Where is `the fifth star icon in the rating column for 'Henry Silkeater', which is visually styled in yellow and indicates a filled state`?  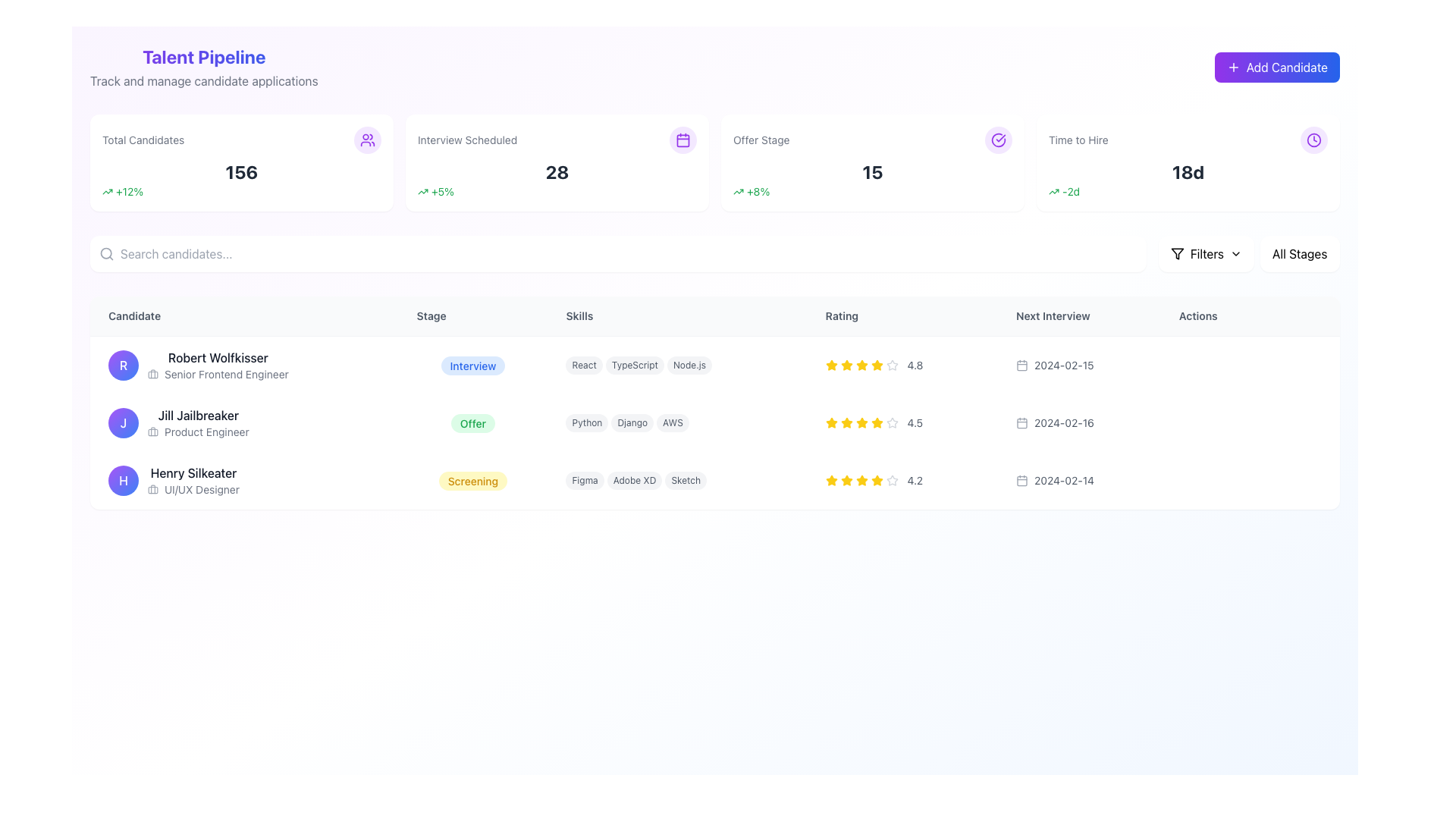
the fifth star icon in the rating column for 'Henry Silkeater', which is visually styled in yellow and indicates a filled state is located at coordinates (877, 480).